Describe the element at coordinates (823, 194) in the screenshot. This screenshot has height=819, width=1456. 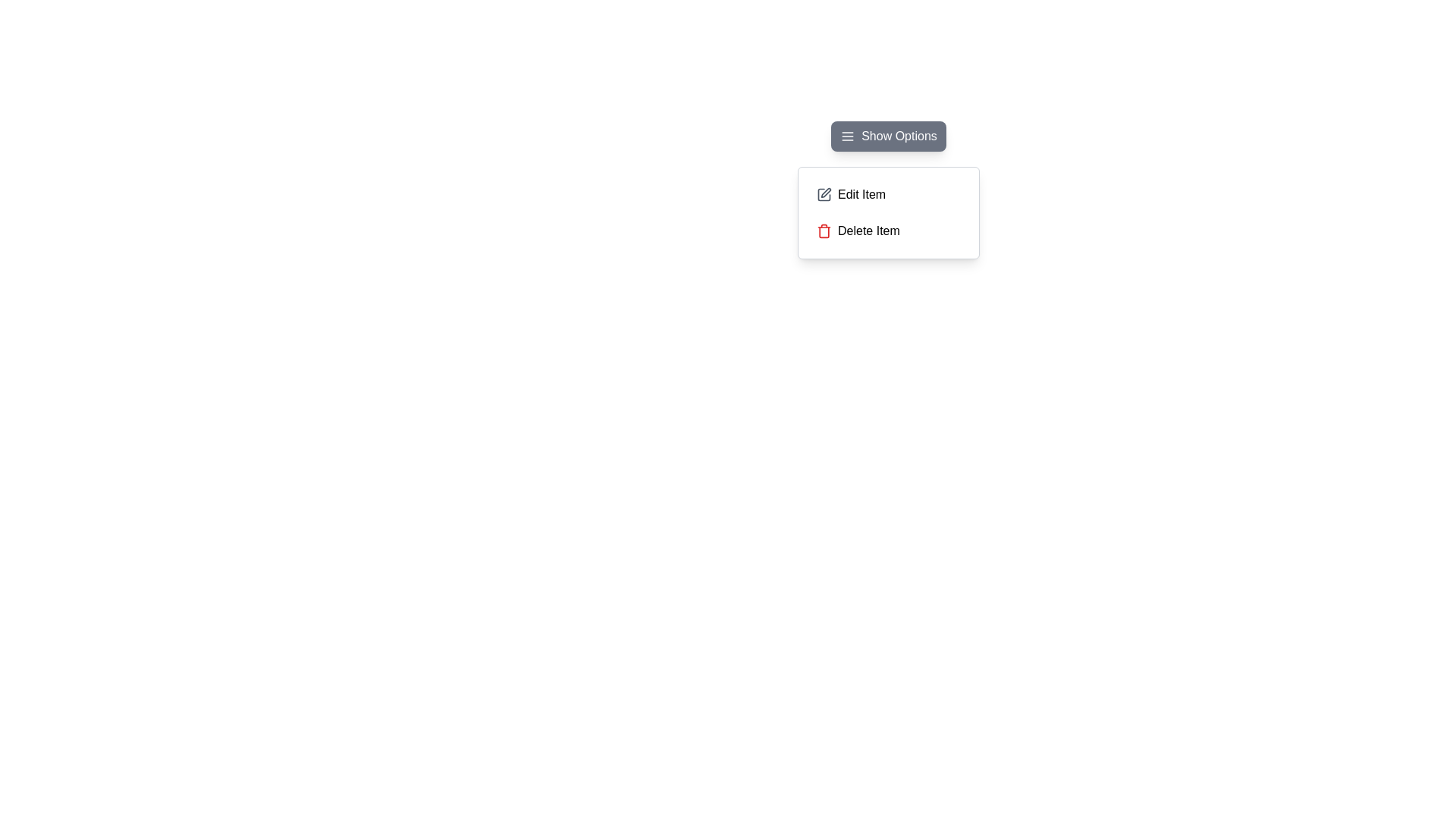
I see `the edit icon located to the left of the 'Edit Item' text in the dropdown menu under the 'Show Options' button` at that location.